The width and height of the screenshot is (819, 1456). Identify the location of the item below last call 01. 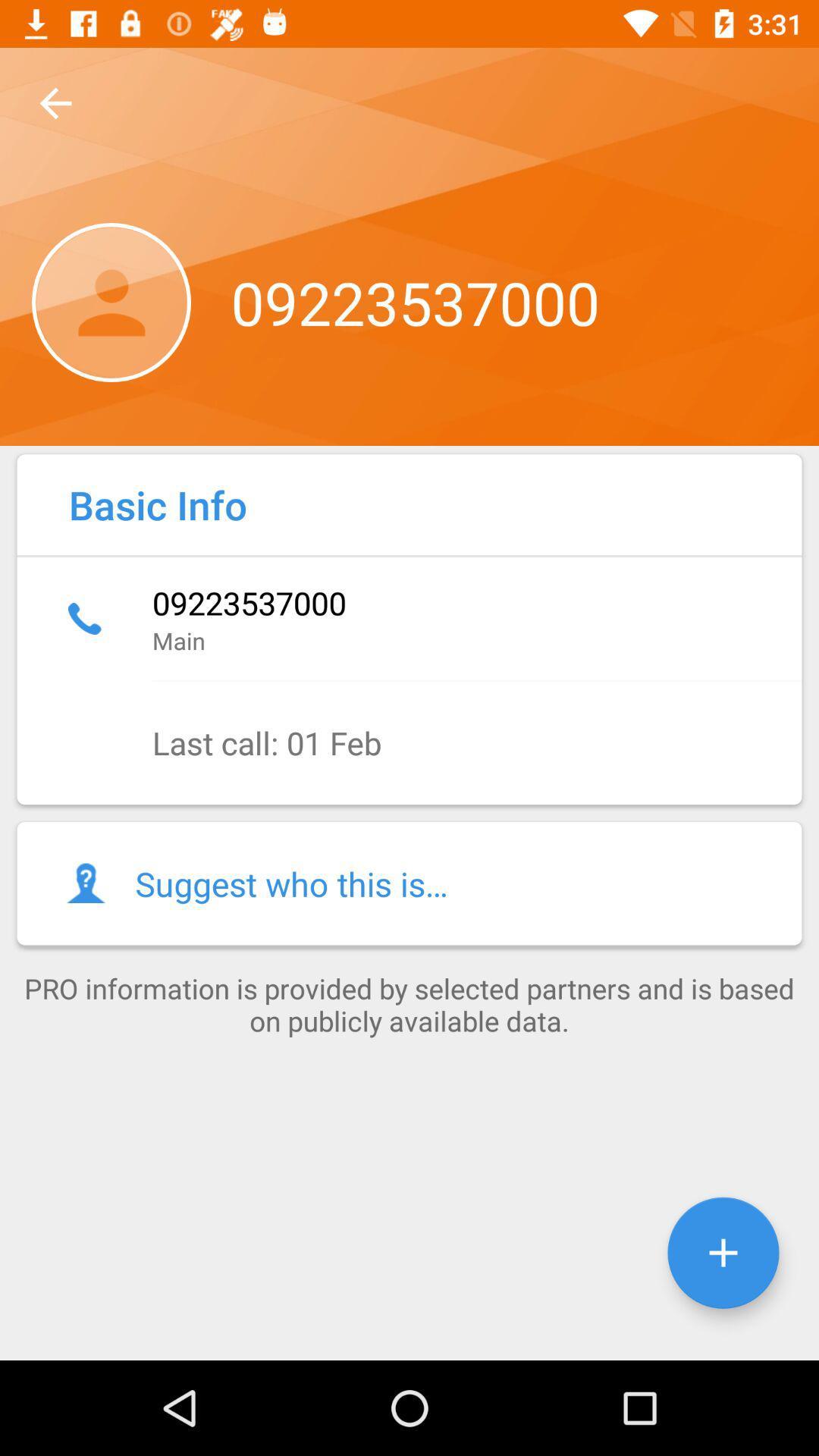
(409, 883).